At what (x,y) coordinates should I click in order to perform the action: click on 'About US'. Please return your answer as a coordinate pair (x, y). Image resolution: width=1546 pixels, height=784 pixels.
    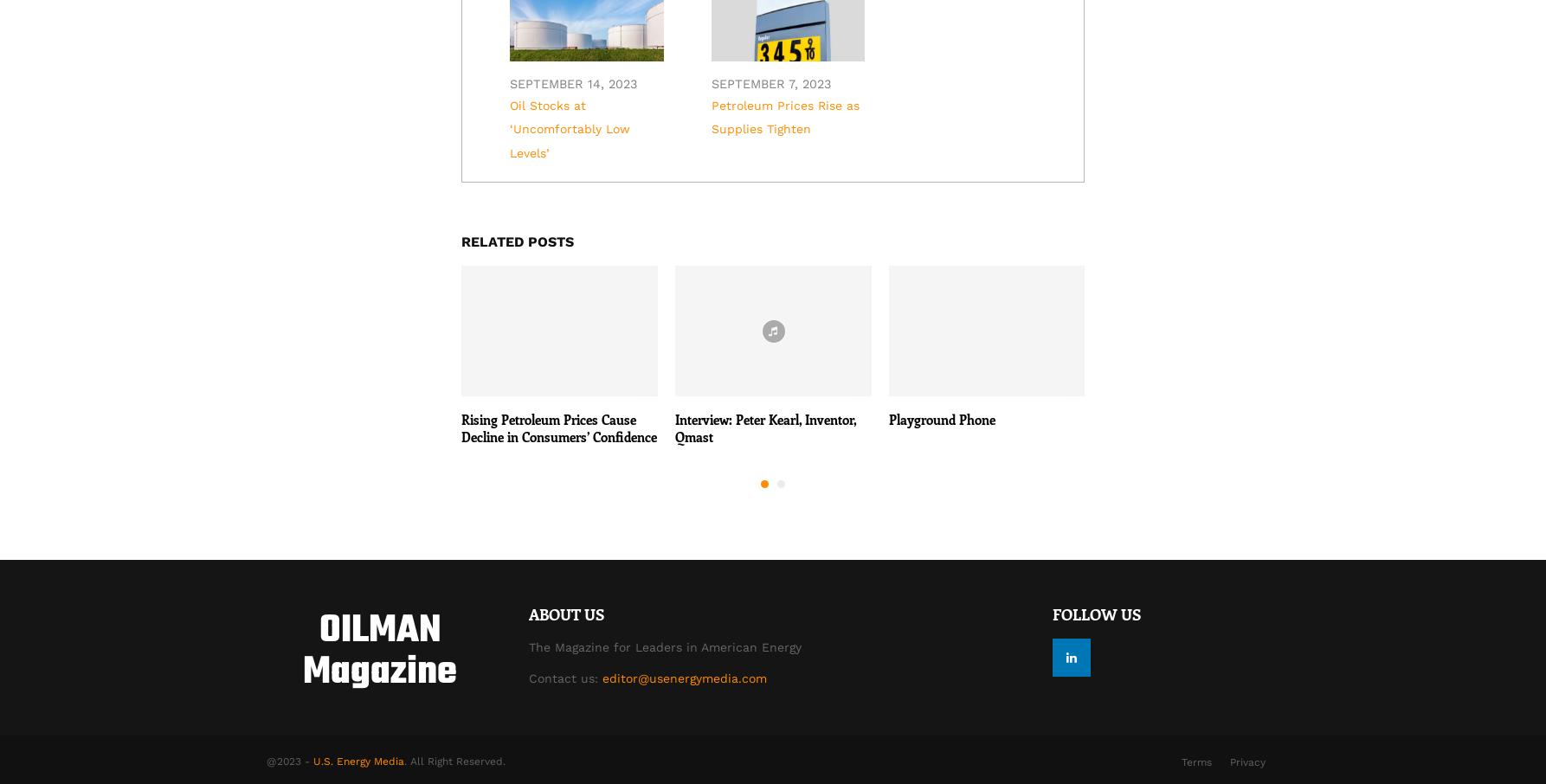
    Looking at the image, I should click on (565, 614).